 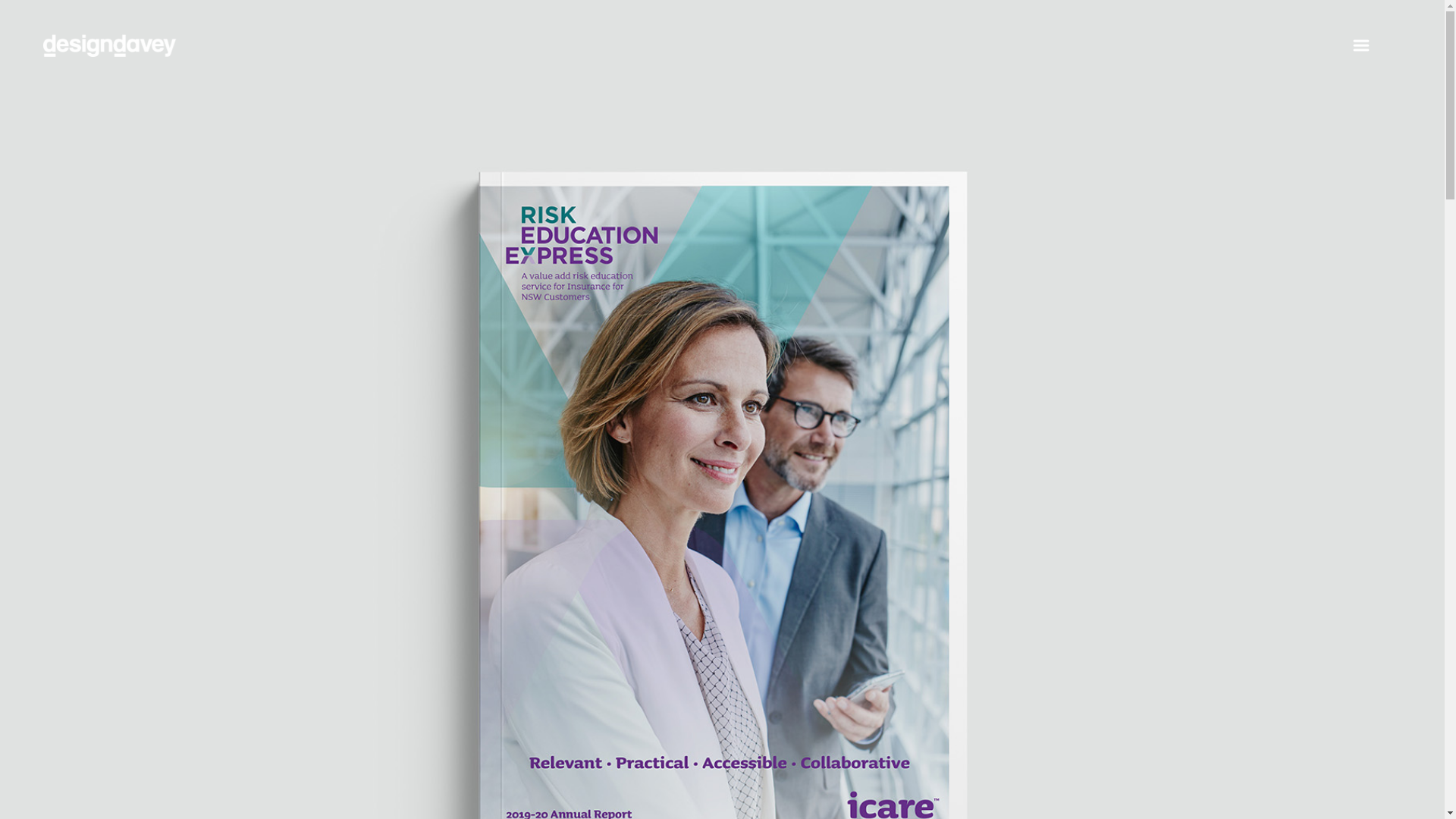 What do you see at coordinates (108, 55) in the screenshot?
I see `'Home'` at bounding box center [108, 55].